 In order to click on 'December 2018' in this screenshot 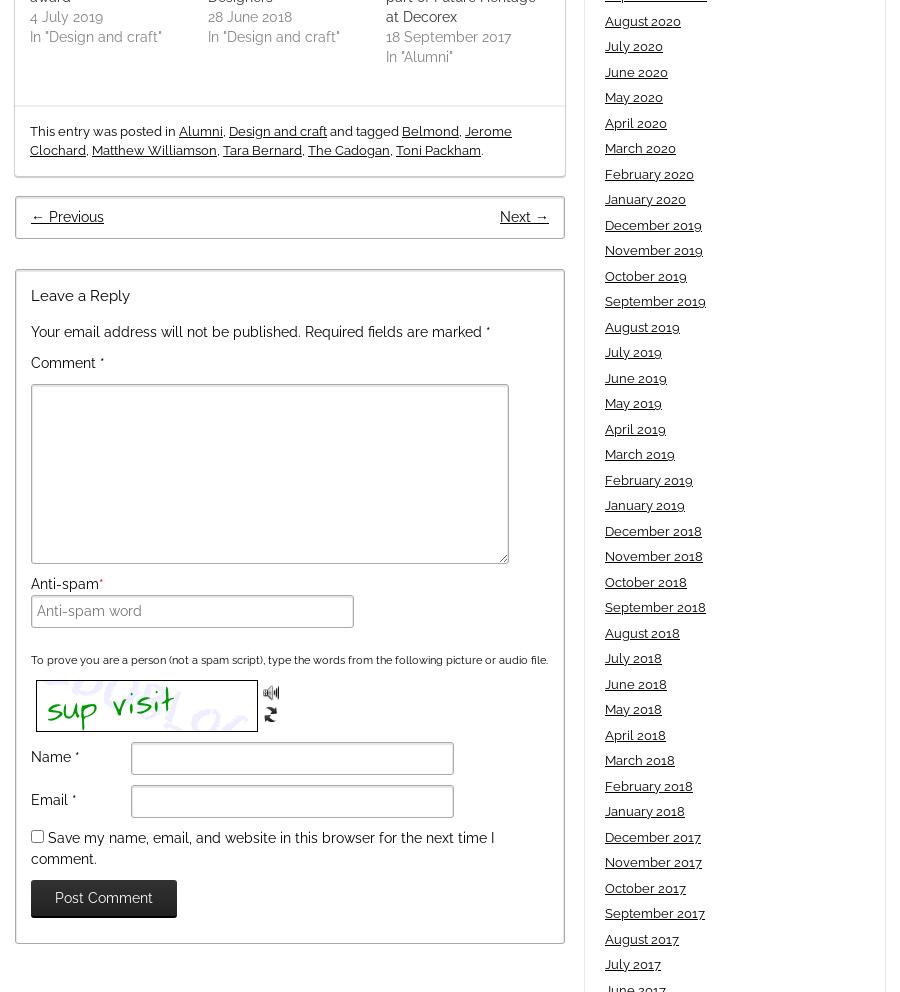, I will do `click(653, 529)`.